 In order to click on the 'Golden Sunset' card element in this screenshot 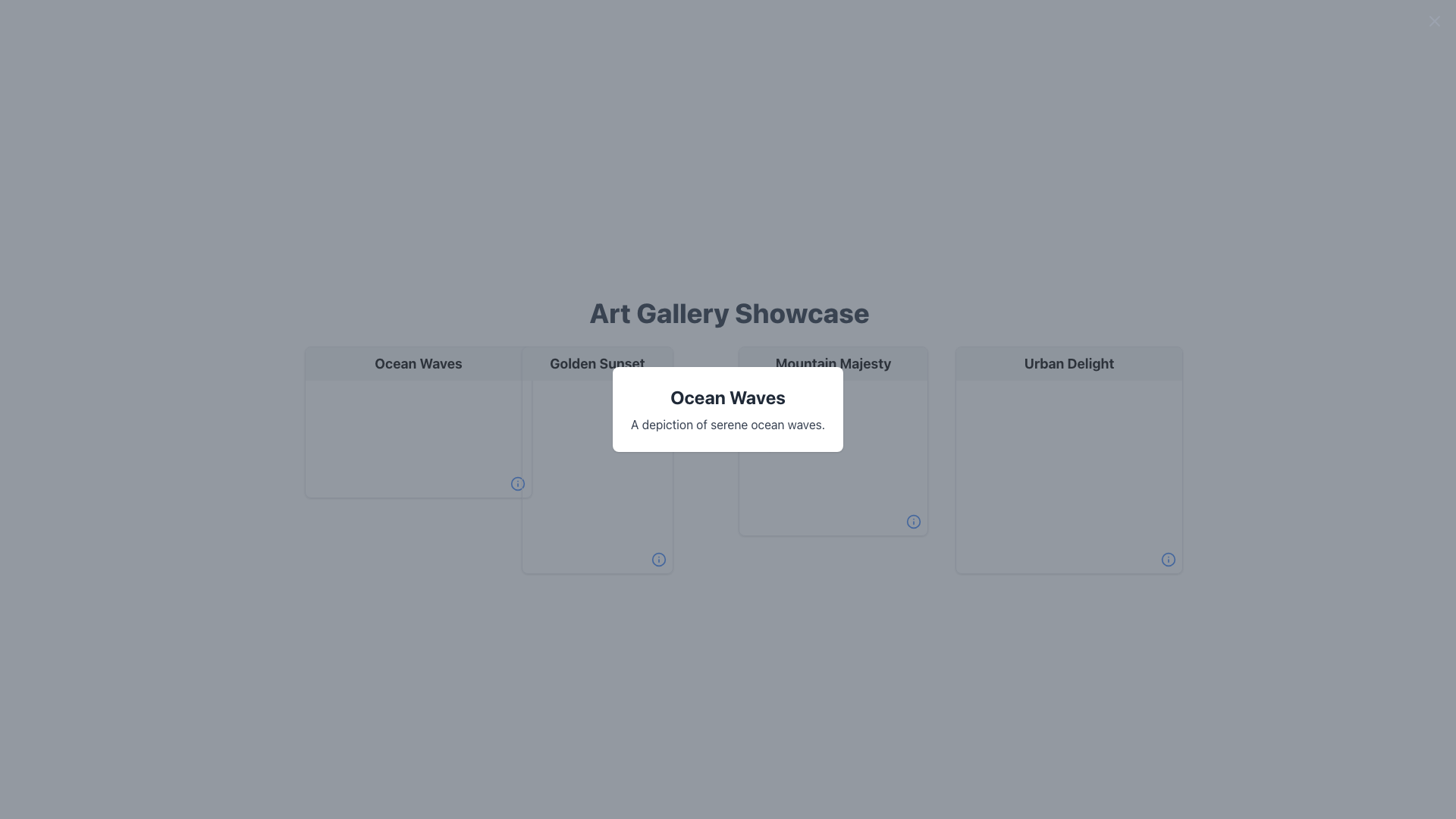, I will do `click(596, 459)`.